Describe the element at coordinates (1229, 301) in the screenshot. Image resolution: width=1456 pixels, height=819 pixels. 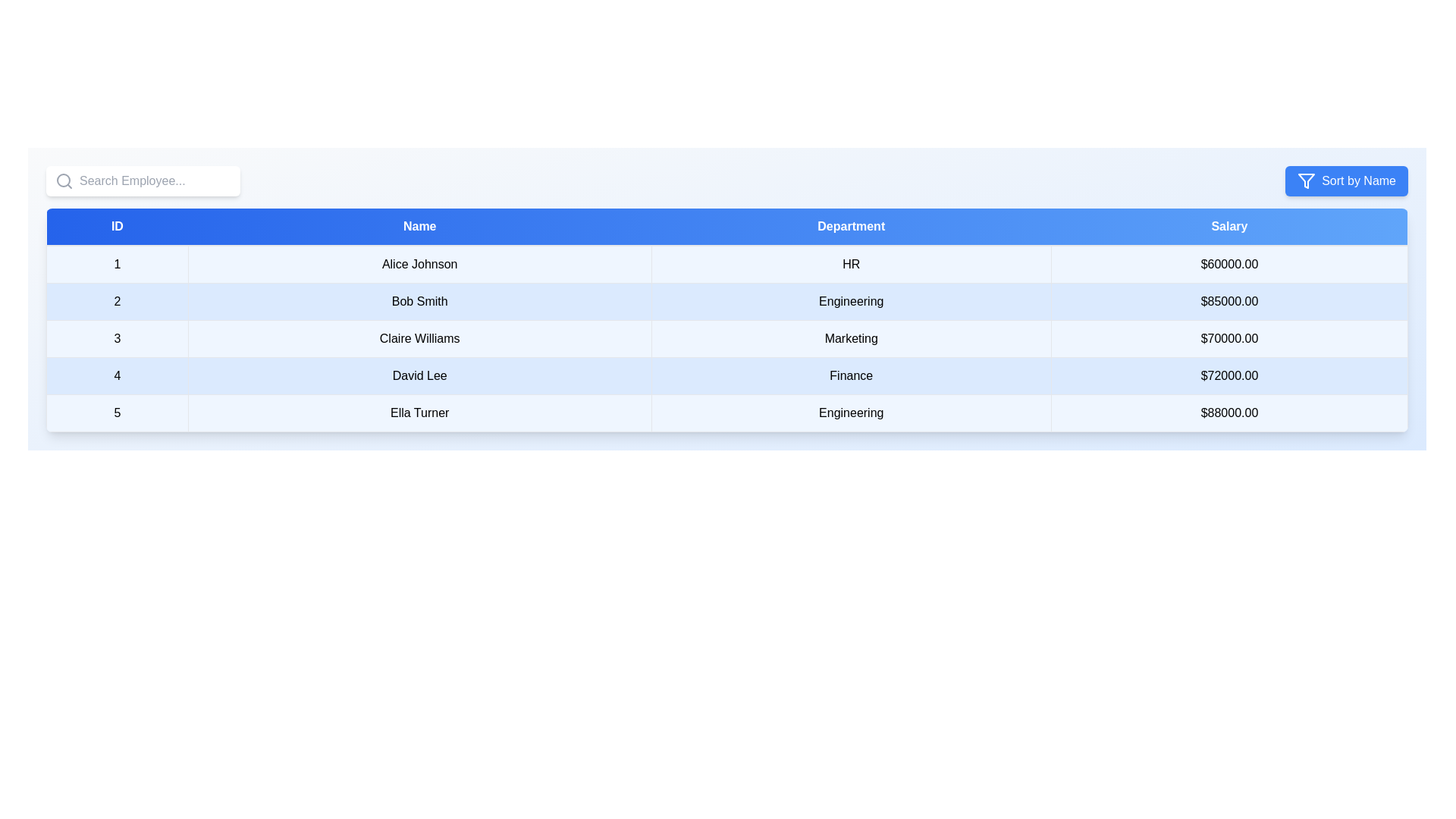
I see `the static text element displaying the salary value for the employee 'Bob Smith', located in the fourth column and second row of the table` at that location.